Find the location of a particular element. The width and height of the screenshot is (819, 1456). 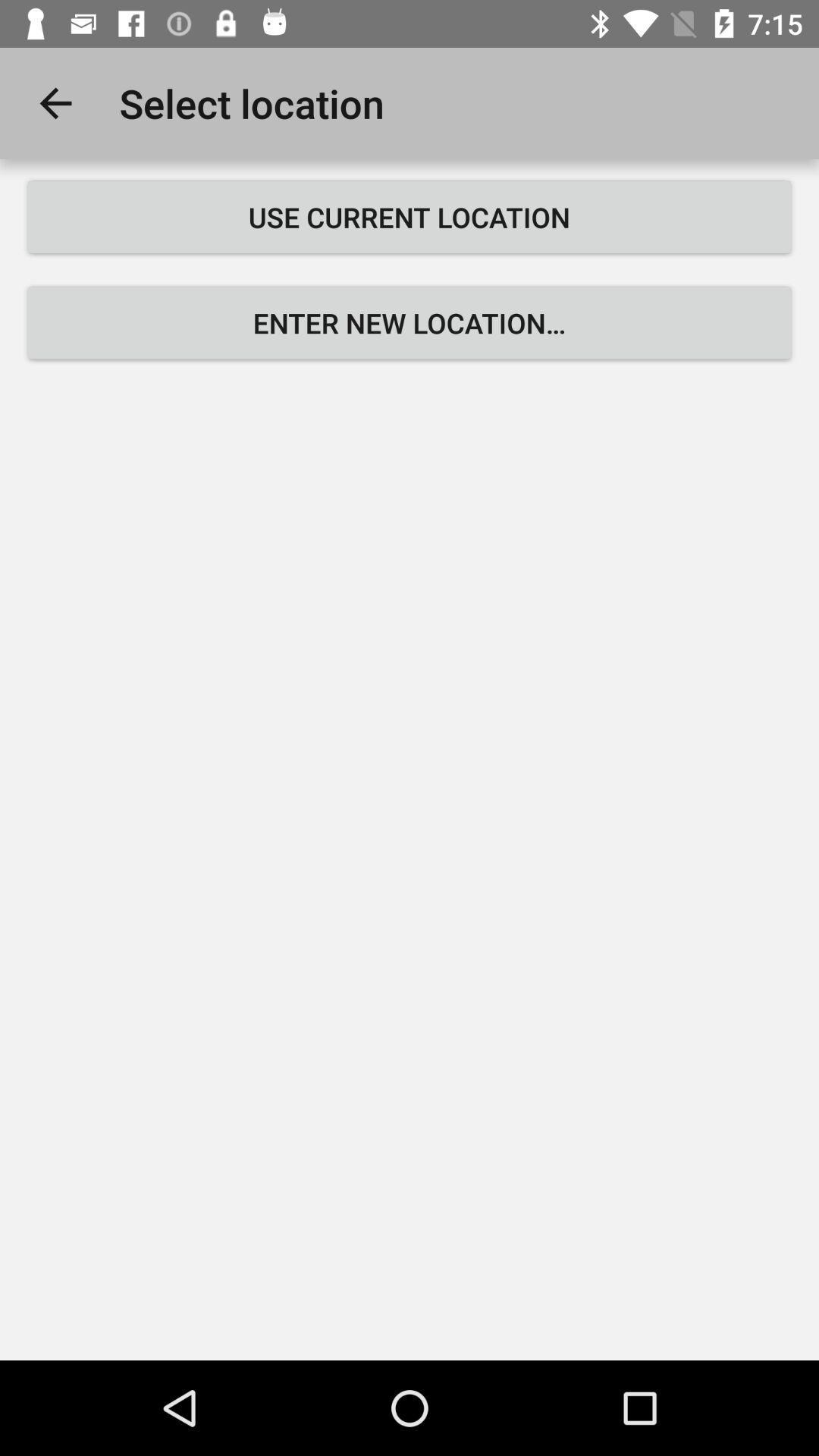

app to the left of select location icon is located at coordinates (55, 102).